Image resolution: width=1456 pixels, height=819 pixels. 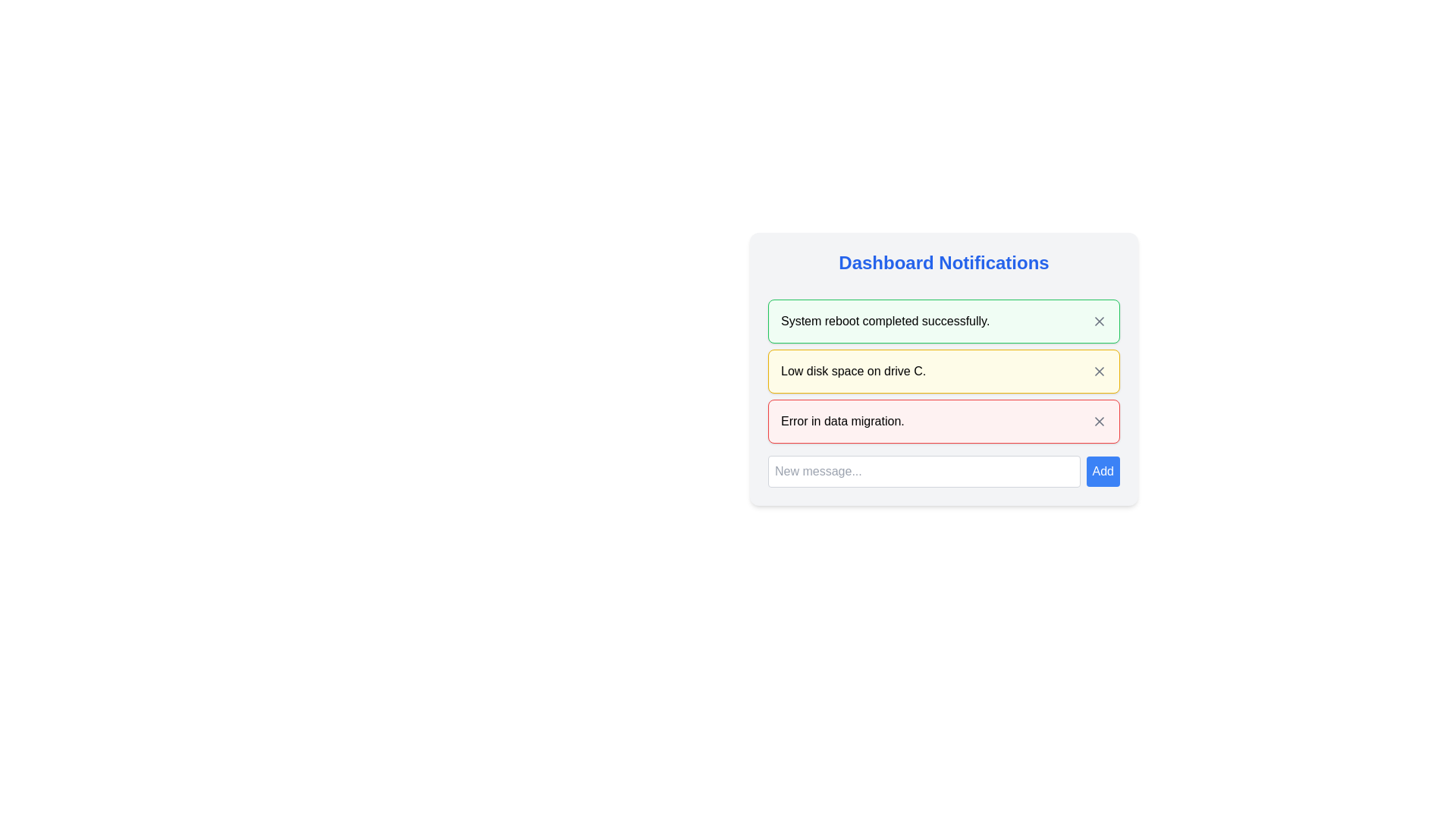 What do you see at coordinates (1099, 321) in the screenshot?
I see `the close button located at the top-right corner of the green-bordered notification box` at bounding box center [1099, 321].